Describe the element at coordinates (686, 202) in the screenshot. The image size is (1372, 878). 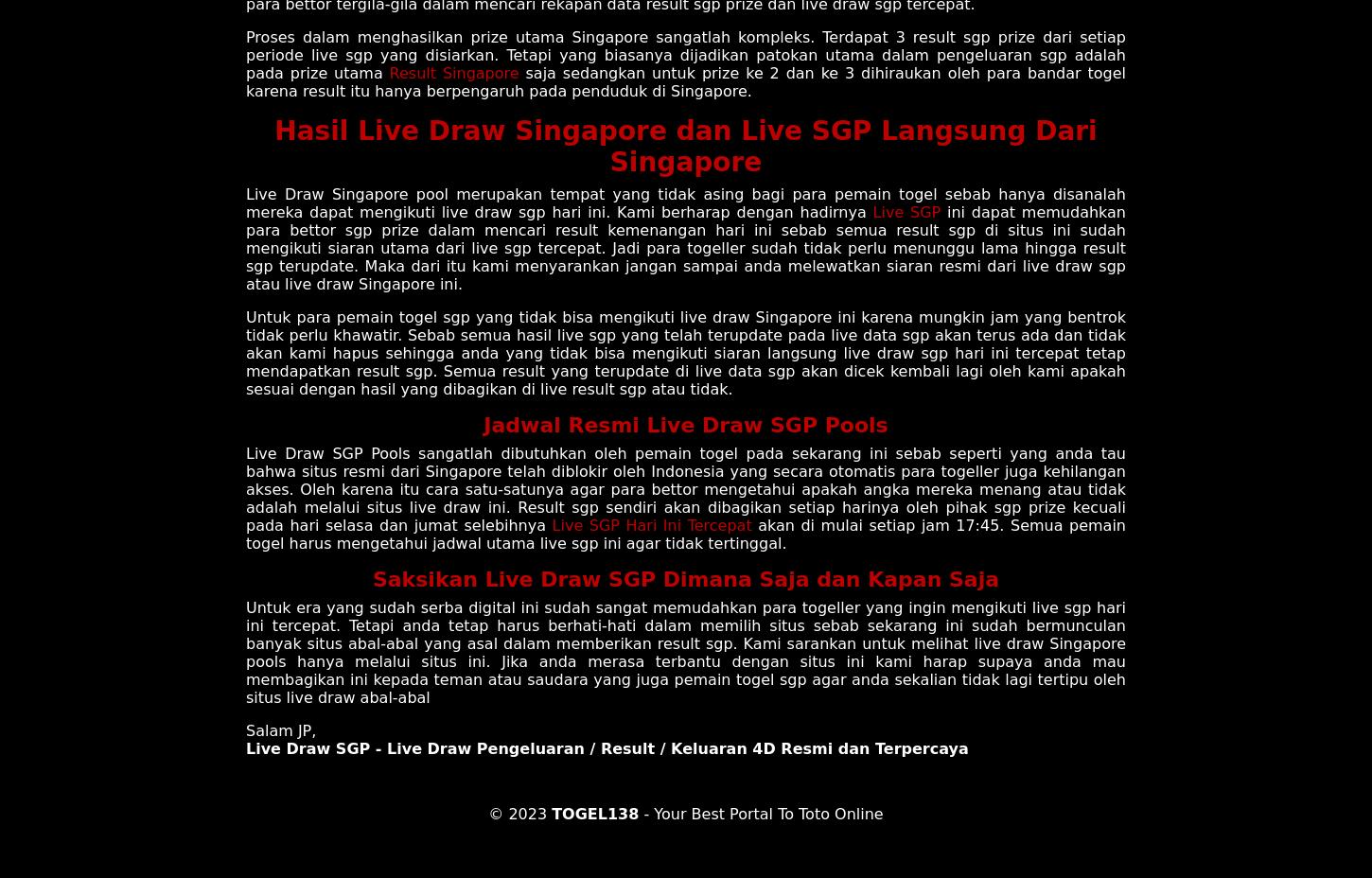
I see `'Live Draw Singapore pool merupakan tempat yang tidak asing bagi para pemain togel sebab hanya disanalah mereka dapat mengikuti live draw sgp hari ini. Kami berharap dengan hadirnya'` at that location.